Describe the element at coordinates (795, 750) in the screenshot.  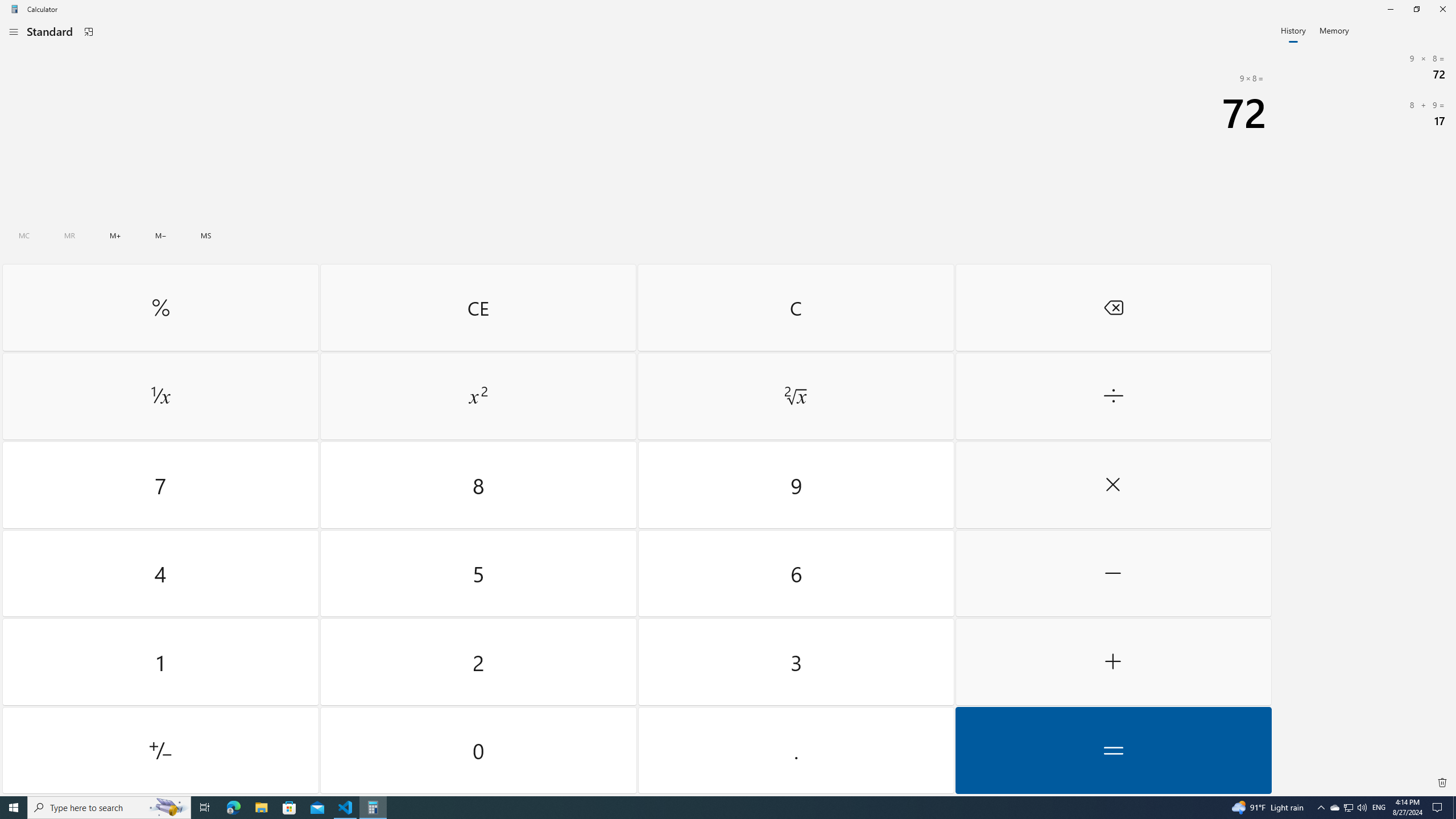
I see `'Decimal separator'` at that location.